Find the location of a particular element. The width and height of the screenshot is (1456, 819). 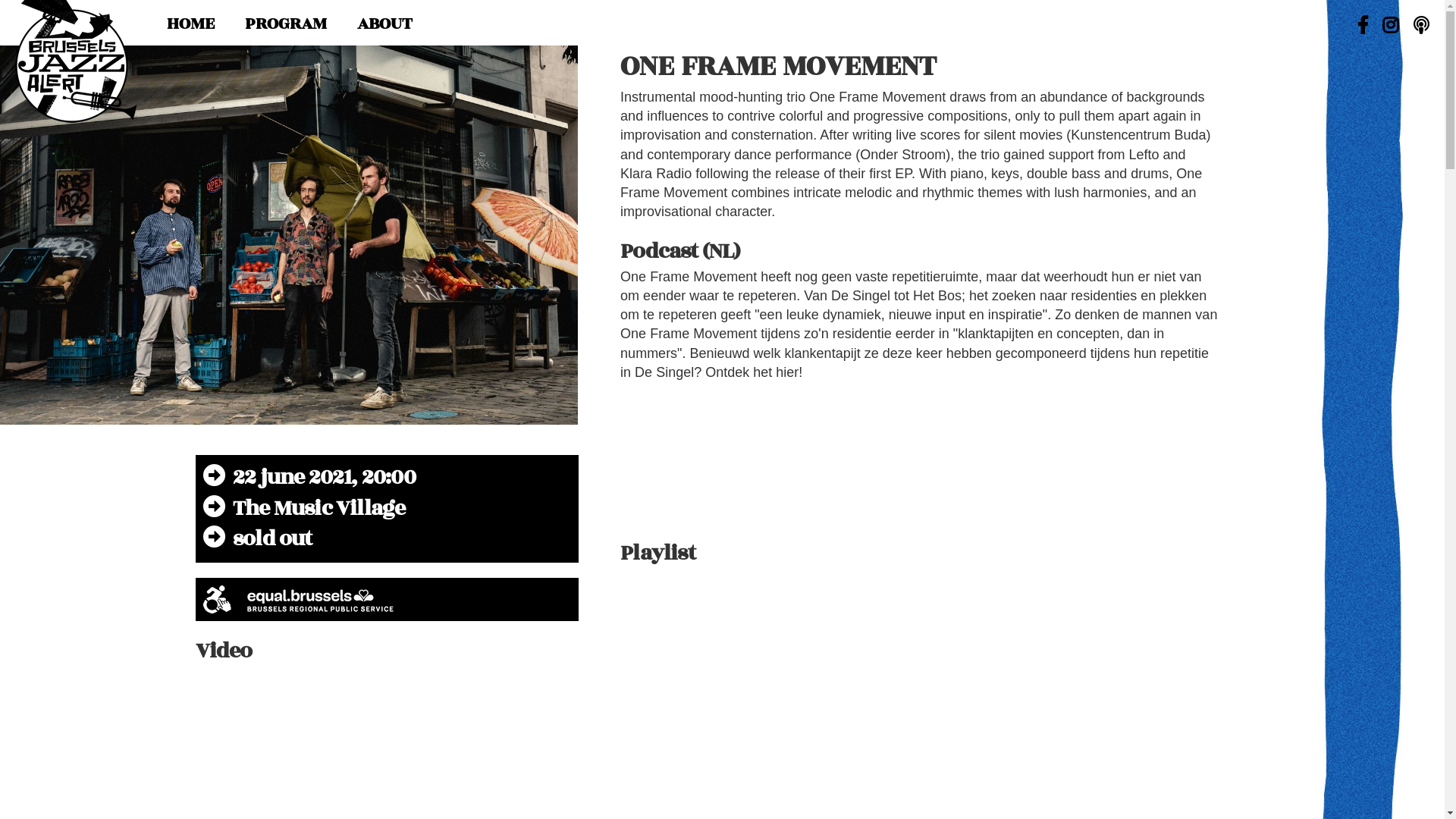

'HOME' is located at coordinates (190, 23).